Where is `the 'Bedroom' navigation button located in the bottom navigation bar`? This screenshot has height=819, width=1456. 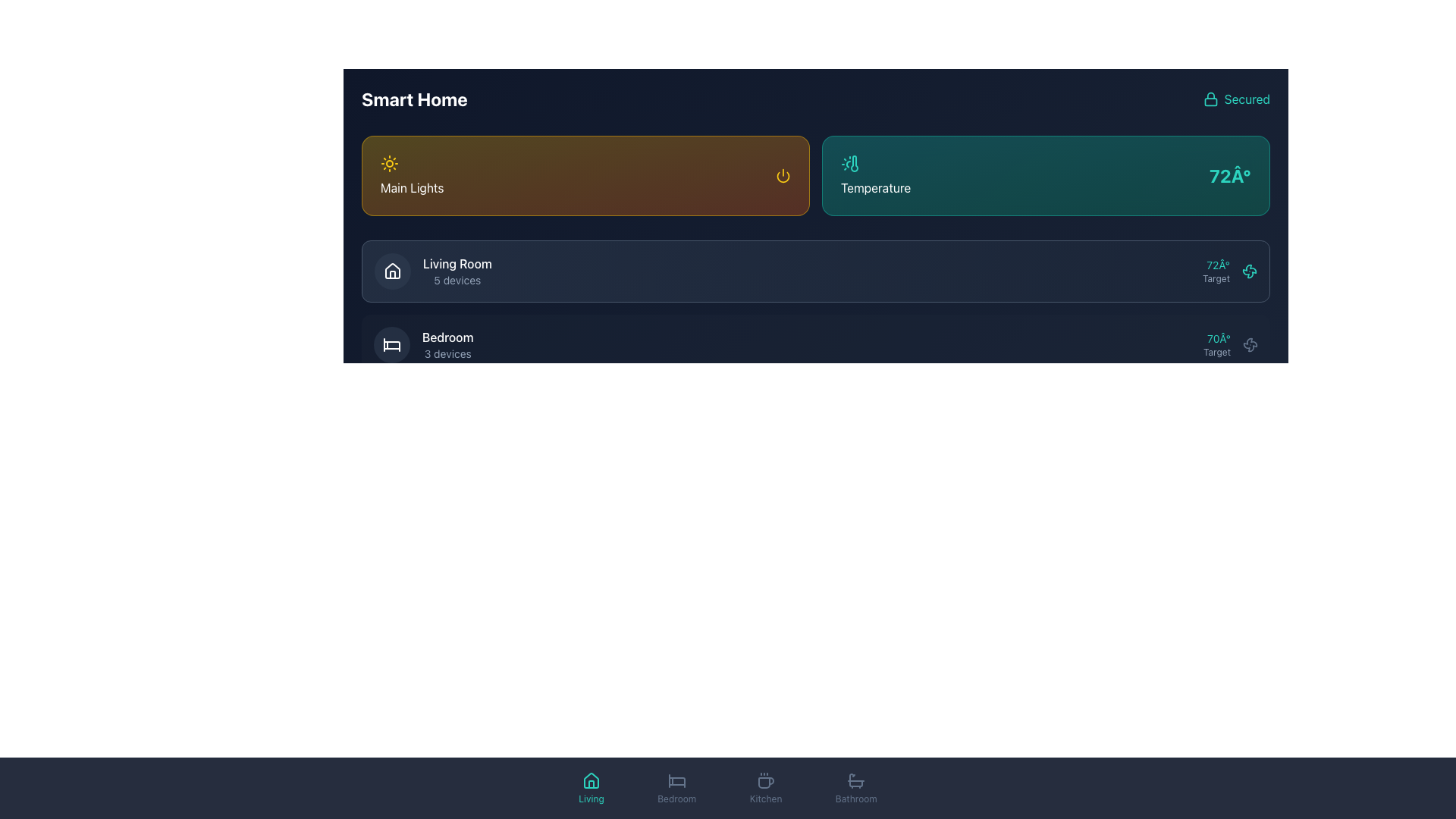
the 'Bedroom' navigation button located in the bottom navigation bar is located at coordinates (676, 788).